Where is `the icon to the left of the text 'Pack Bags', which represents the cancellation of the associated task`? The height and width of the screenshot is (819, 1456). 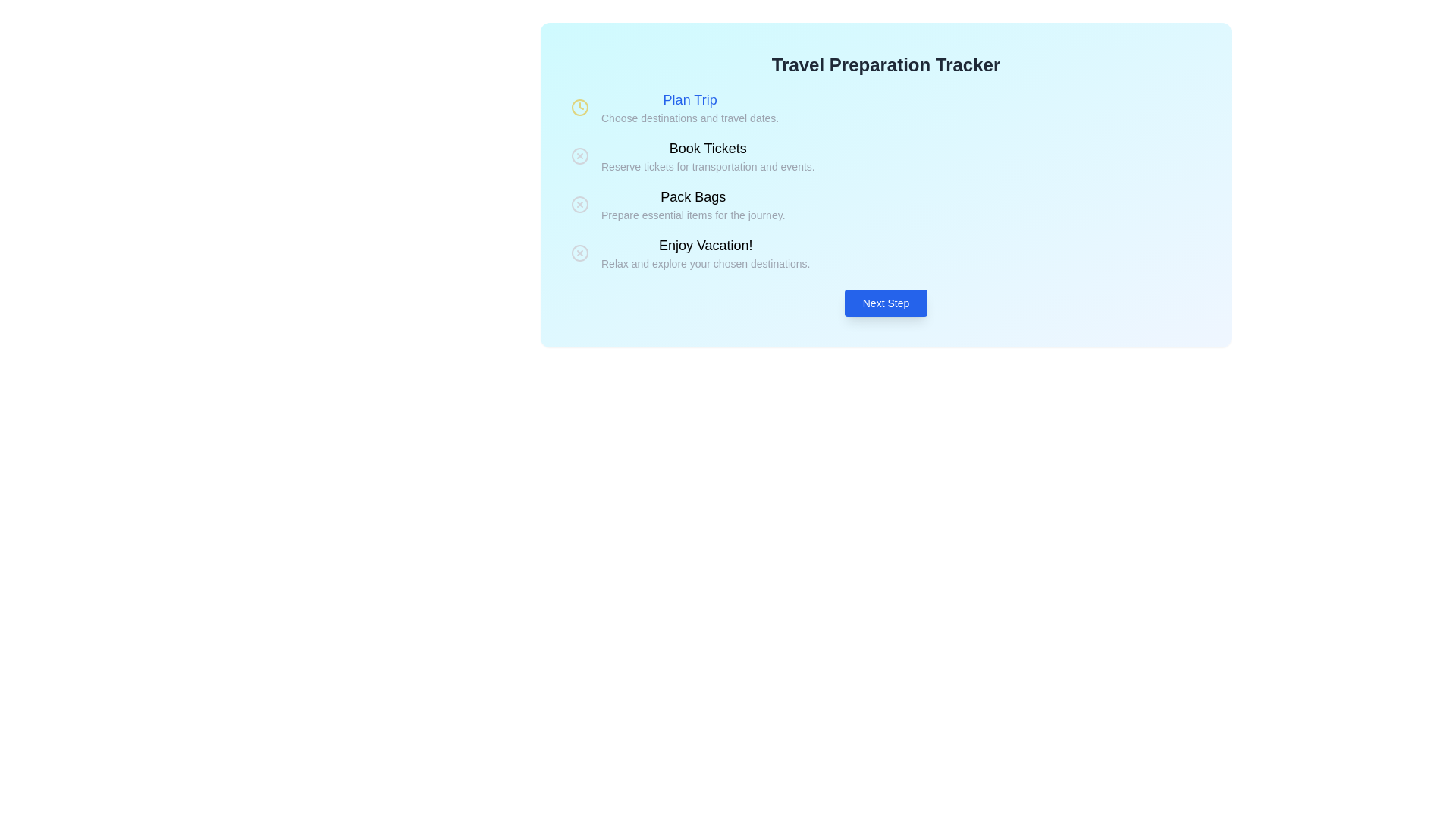 the icon to the left of the text 'Pack Bags', which represents the cancellation of the associated task is located at coordinates (579, 205).